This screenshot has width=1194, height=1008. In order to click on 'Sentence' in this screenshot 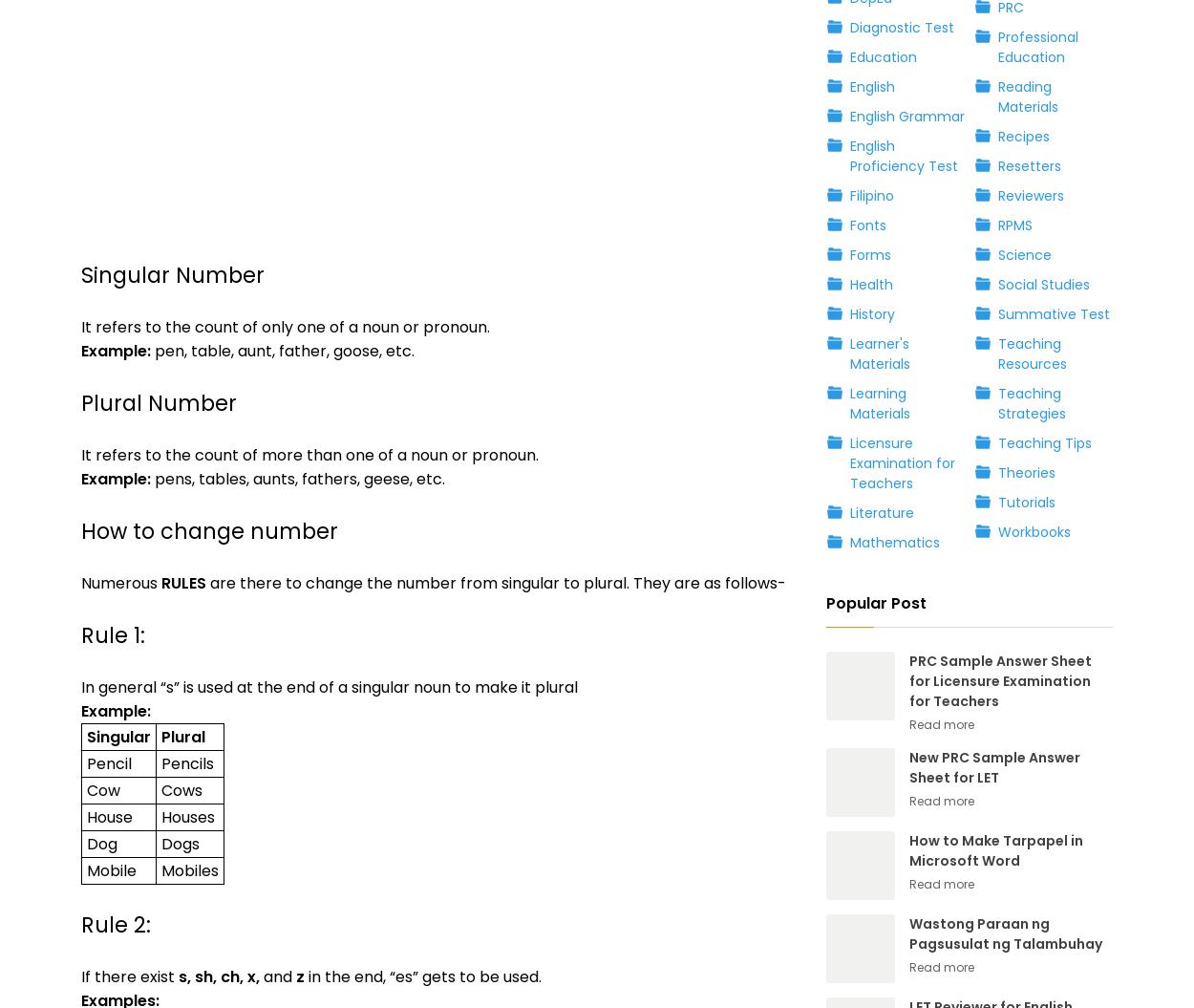, I will do `click(114, 495)`.